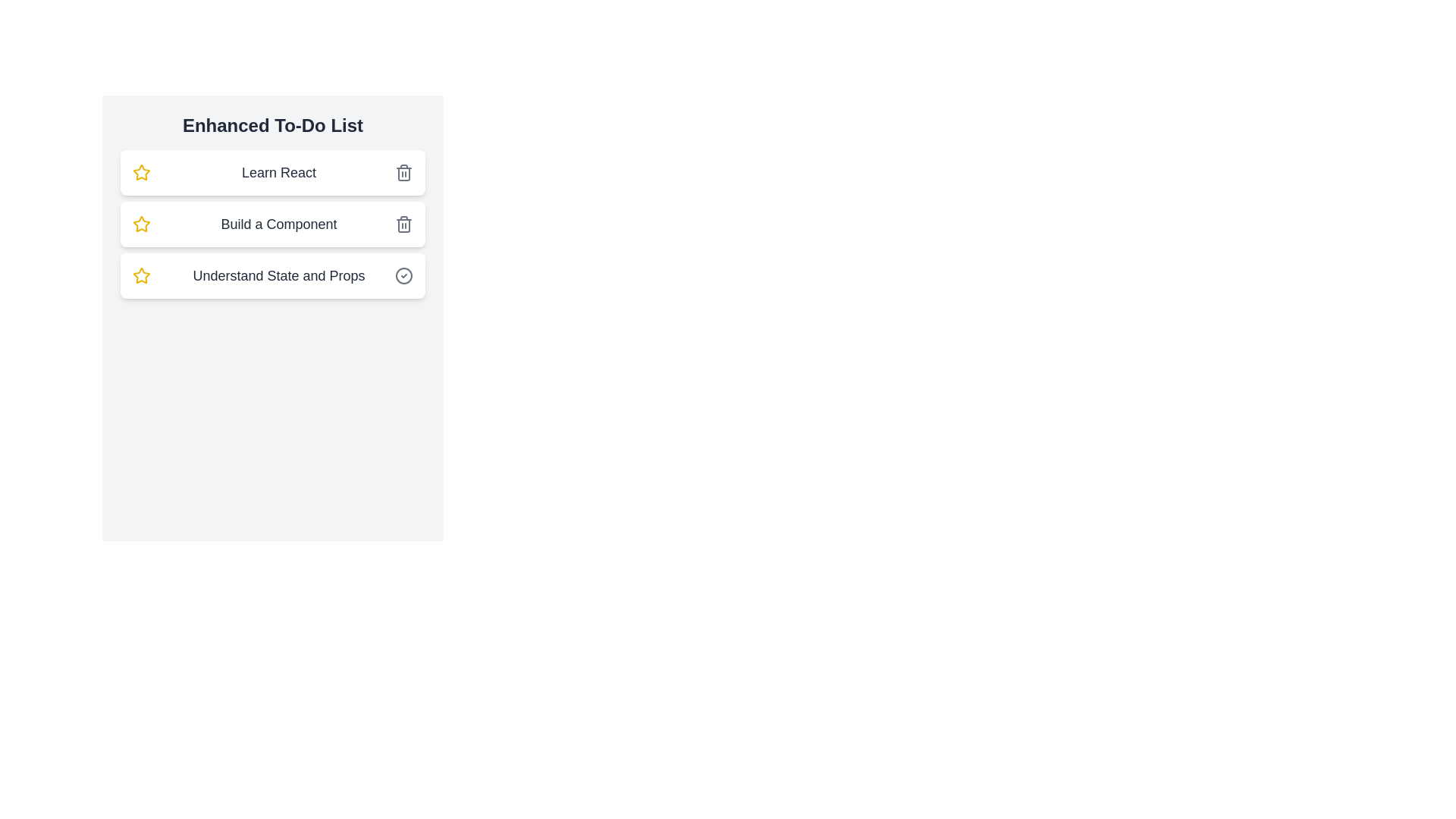 The height and width of the screenshot is (819, 1456). Describe the element at coordinates (142, 275) in the screenshot. I see `the star icon on the left of the 'Understand State and Props' list item` at that location.